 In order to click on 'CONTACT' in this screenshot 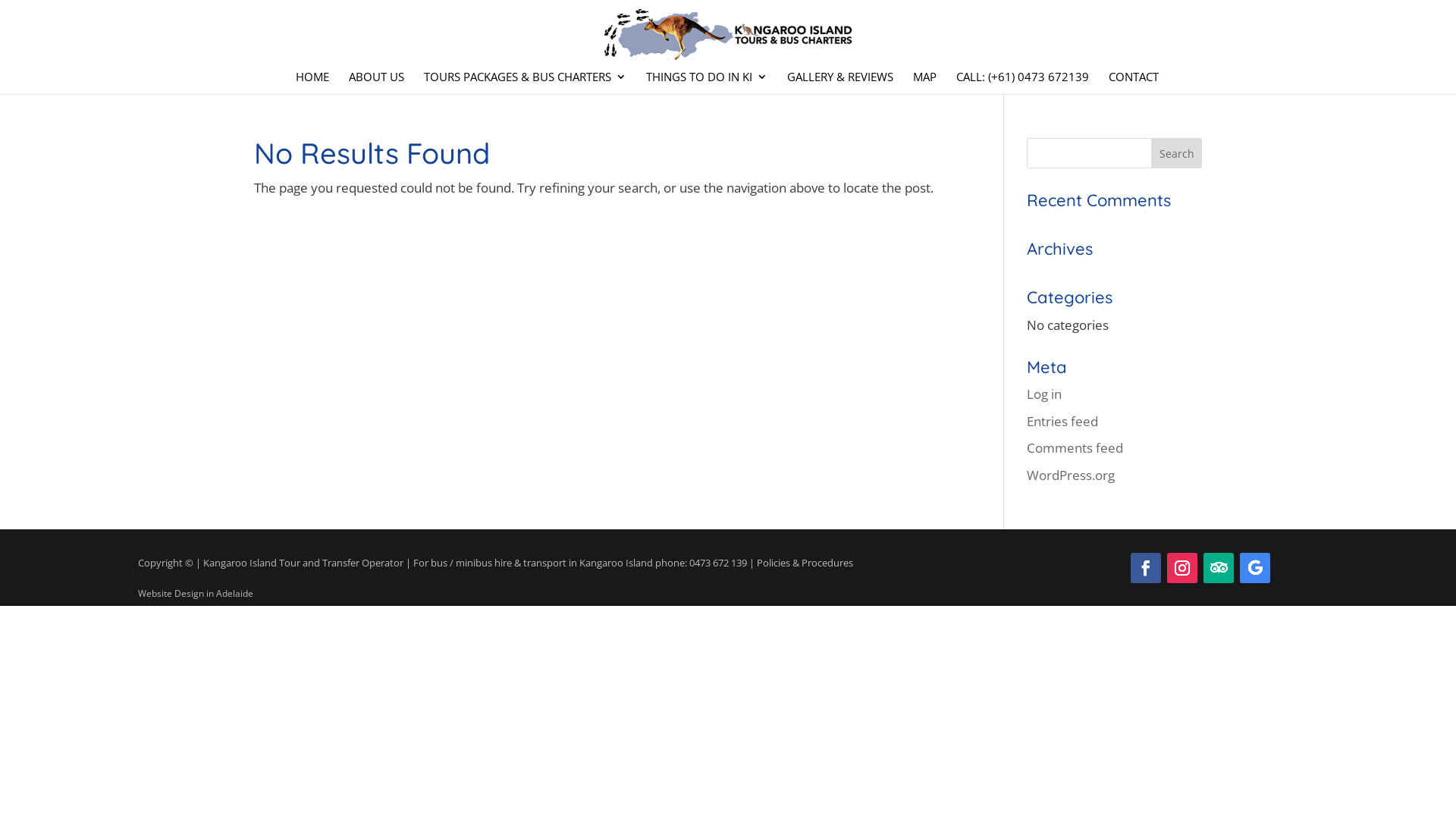, I will do `click(1133, 82)`.